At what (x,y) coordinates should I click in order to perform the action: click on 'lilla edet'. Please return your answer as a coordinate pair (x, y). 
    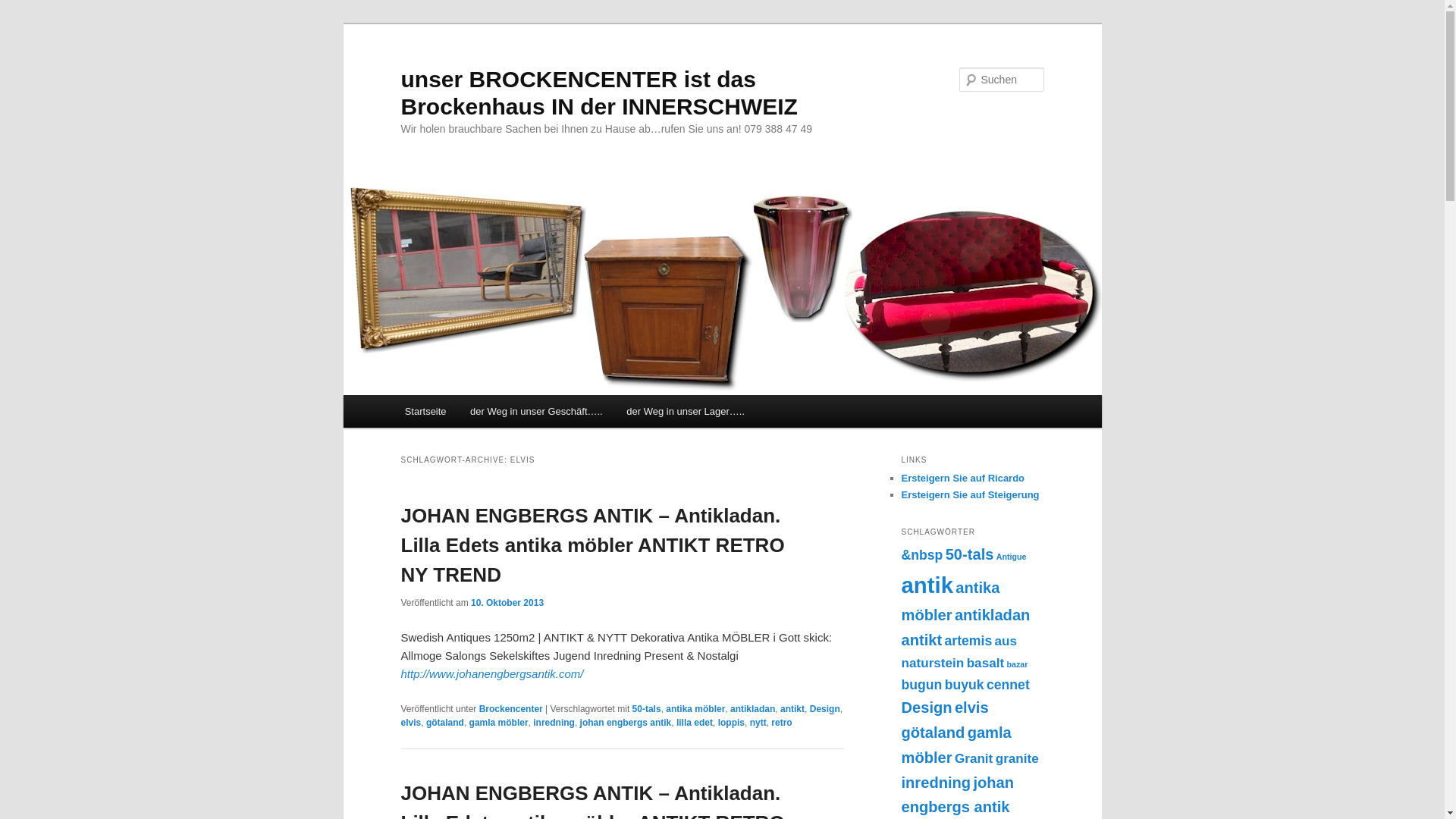
    Looking at the image, I should click on (676, 721).